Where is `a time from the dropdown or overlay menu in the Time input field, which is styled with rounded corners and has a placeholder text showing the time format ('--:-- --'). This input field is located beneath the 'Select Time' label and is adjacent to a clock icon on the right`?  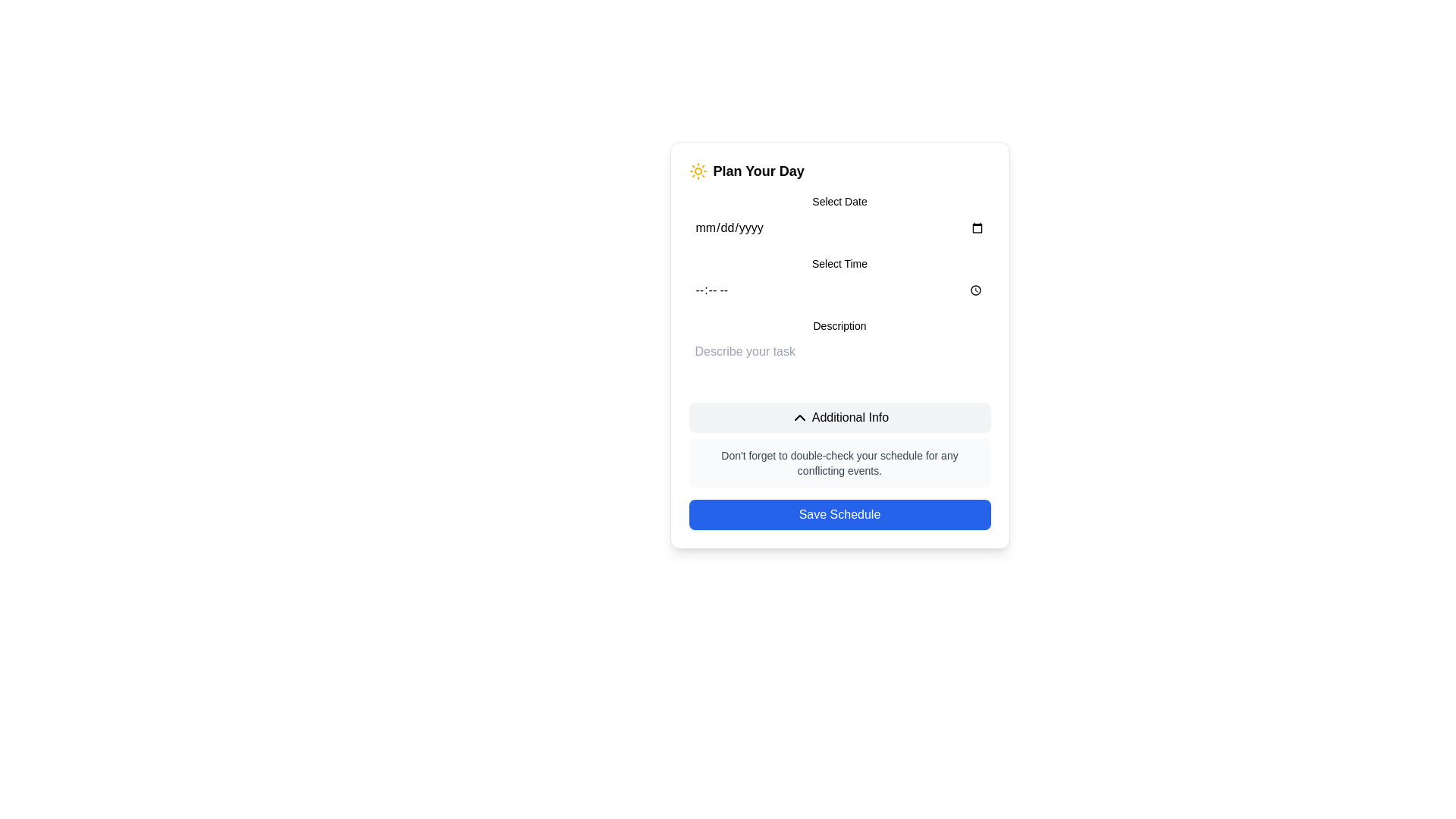
a time from the dropdown or overlay menu in the Time input field, which is styled with rounded corners and has a placeholder text showing the time format ('--:-- --'). This input field is located beneath the 'Select Time' label and is adjacent to a clock icon on the right is located at coordinates (839, 290).